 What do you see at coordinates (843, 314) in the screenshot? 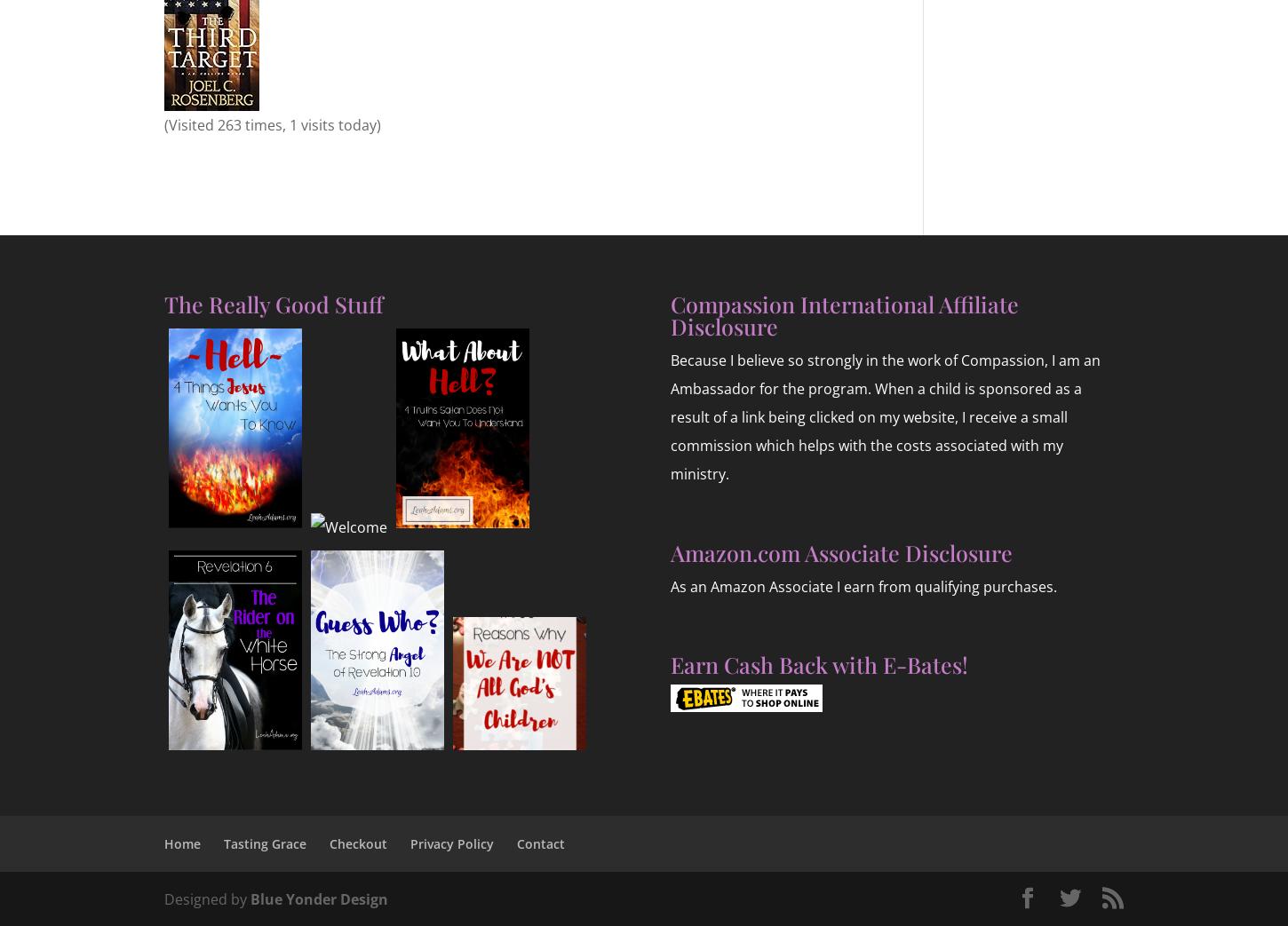
I see `'Compassion International Affiliate Disclosure'` at bounding box center [843, 314].